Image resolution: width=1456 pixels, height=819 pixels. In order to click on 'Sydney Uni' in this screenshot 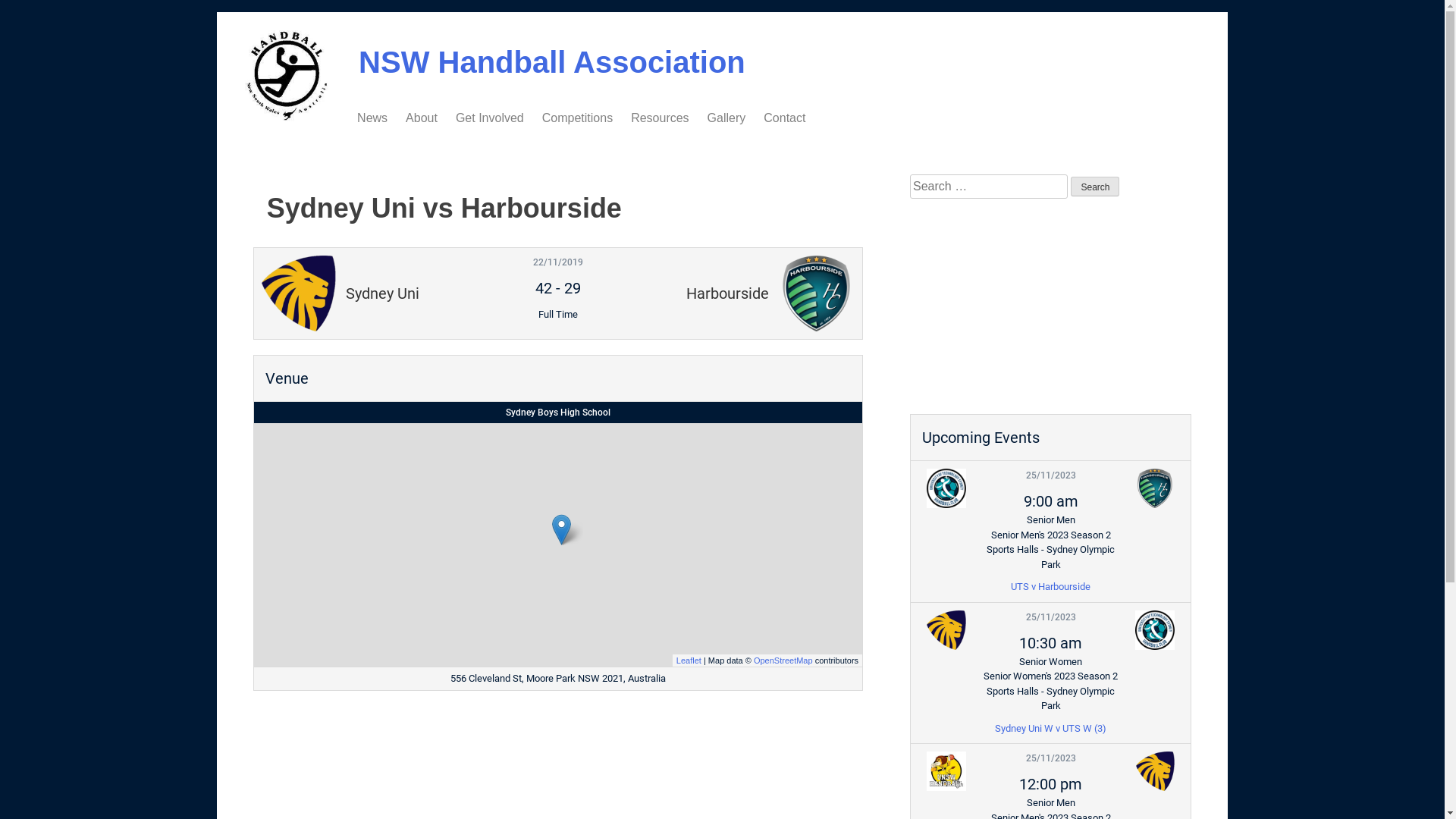, I will do `click(1153, 771)`.